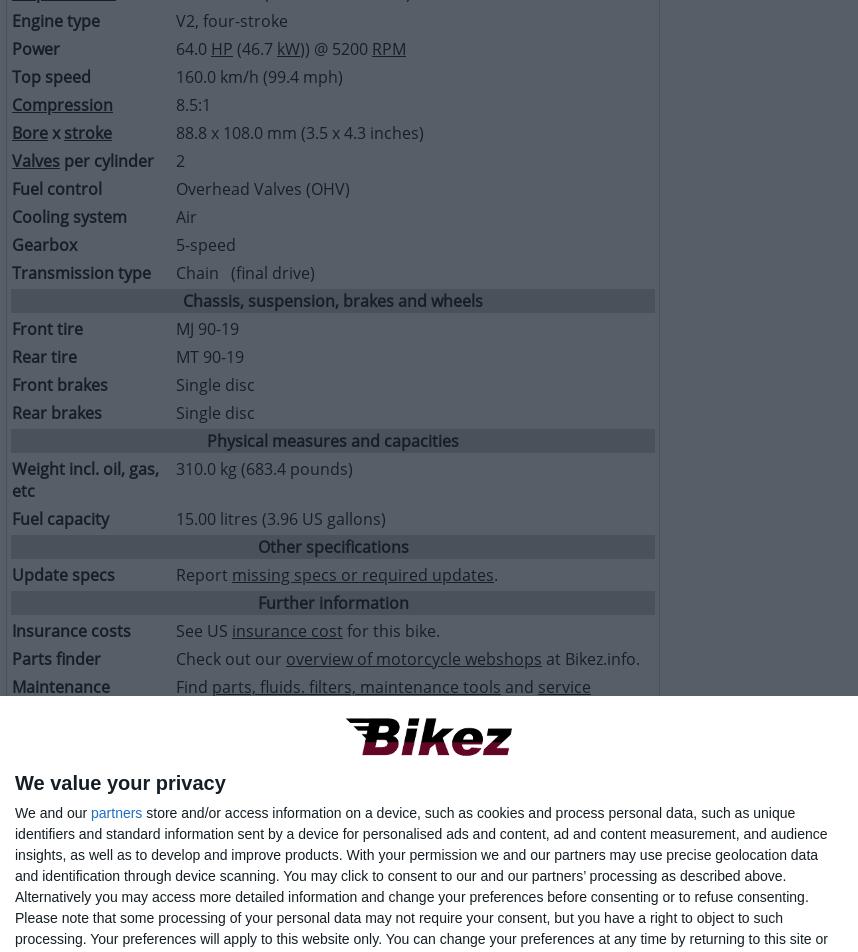 Image resolution: width=858 pixels, height=952 pixels. What do you see at coordinates (12, 329) in the screenshot?
I see `'Front tire'` at bounding box center [12, 329].